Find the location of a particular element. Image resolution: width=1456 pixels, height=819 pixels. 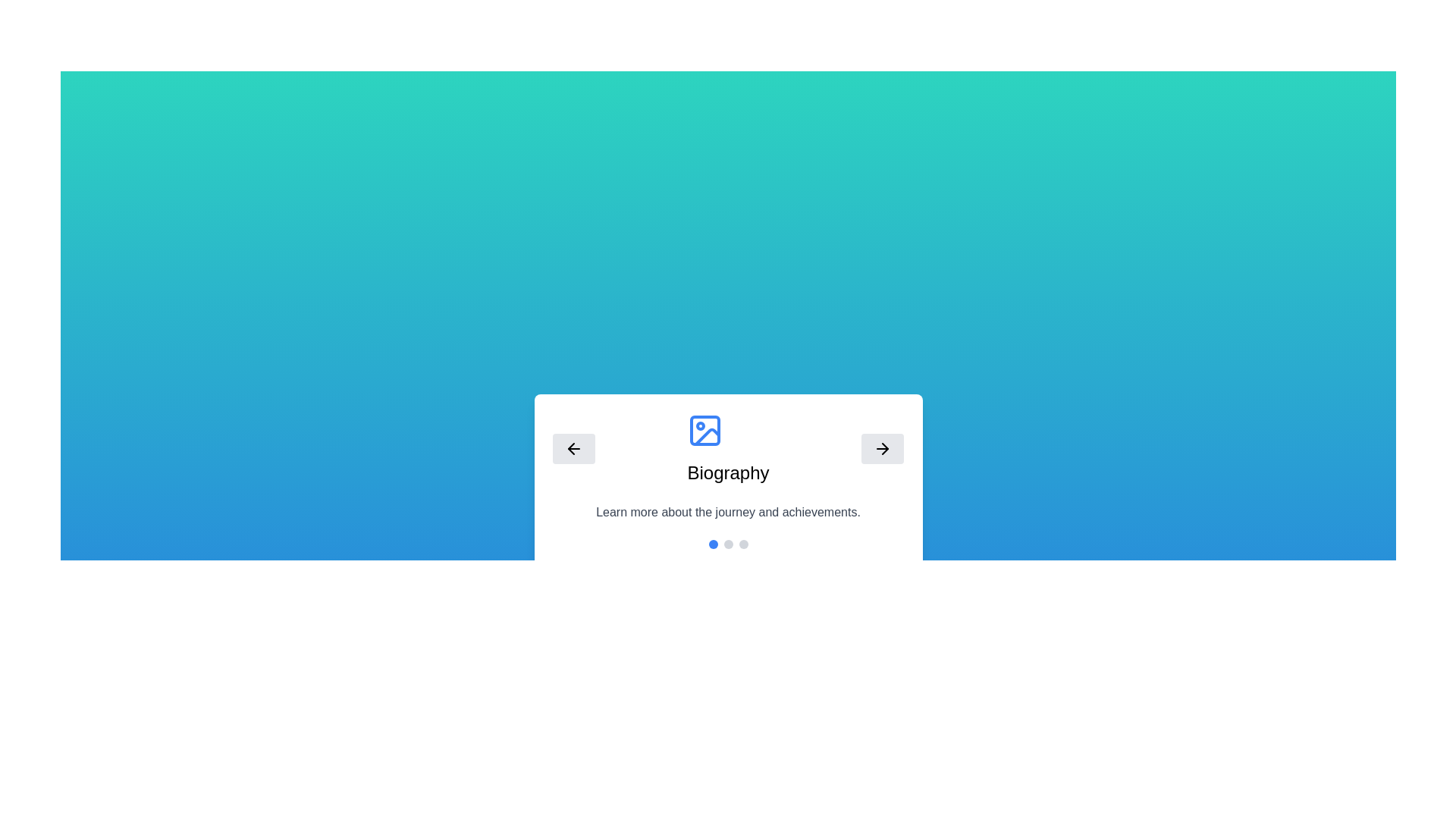

the stage indicator corresponding to 1 to navigate to that stage is located at coordinates (728, 543).